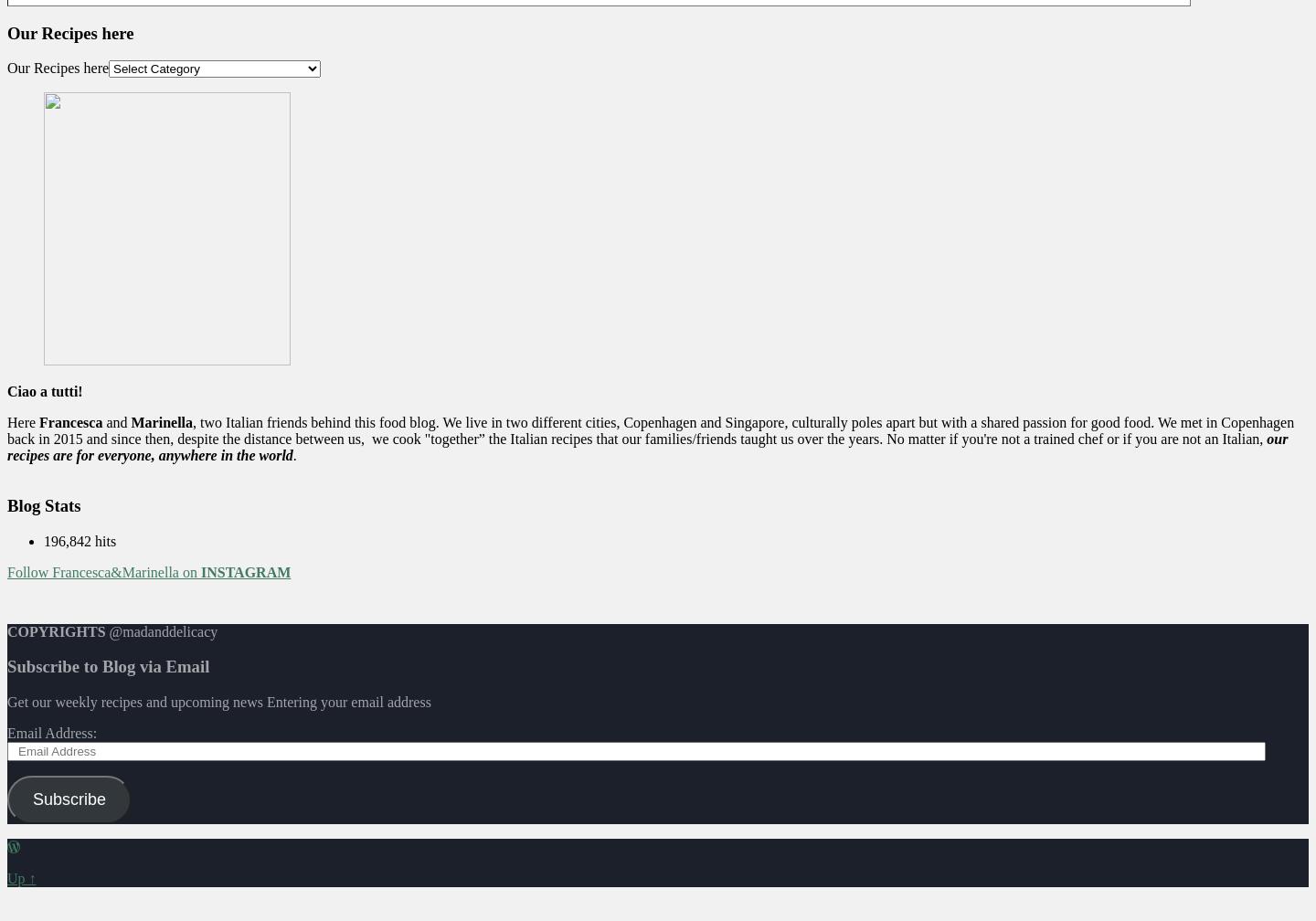 This screenshot has width=1316, height=921. I want to click on 'Subscribe', so click(69, 799).